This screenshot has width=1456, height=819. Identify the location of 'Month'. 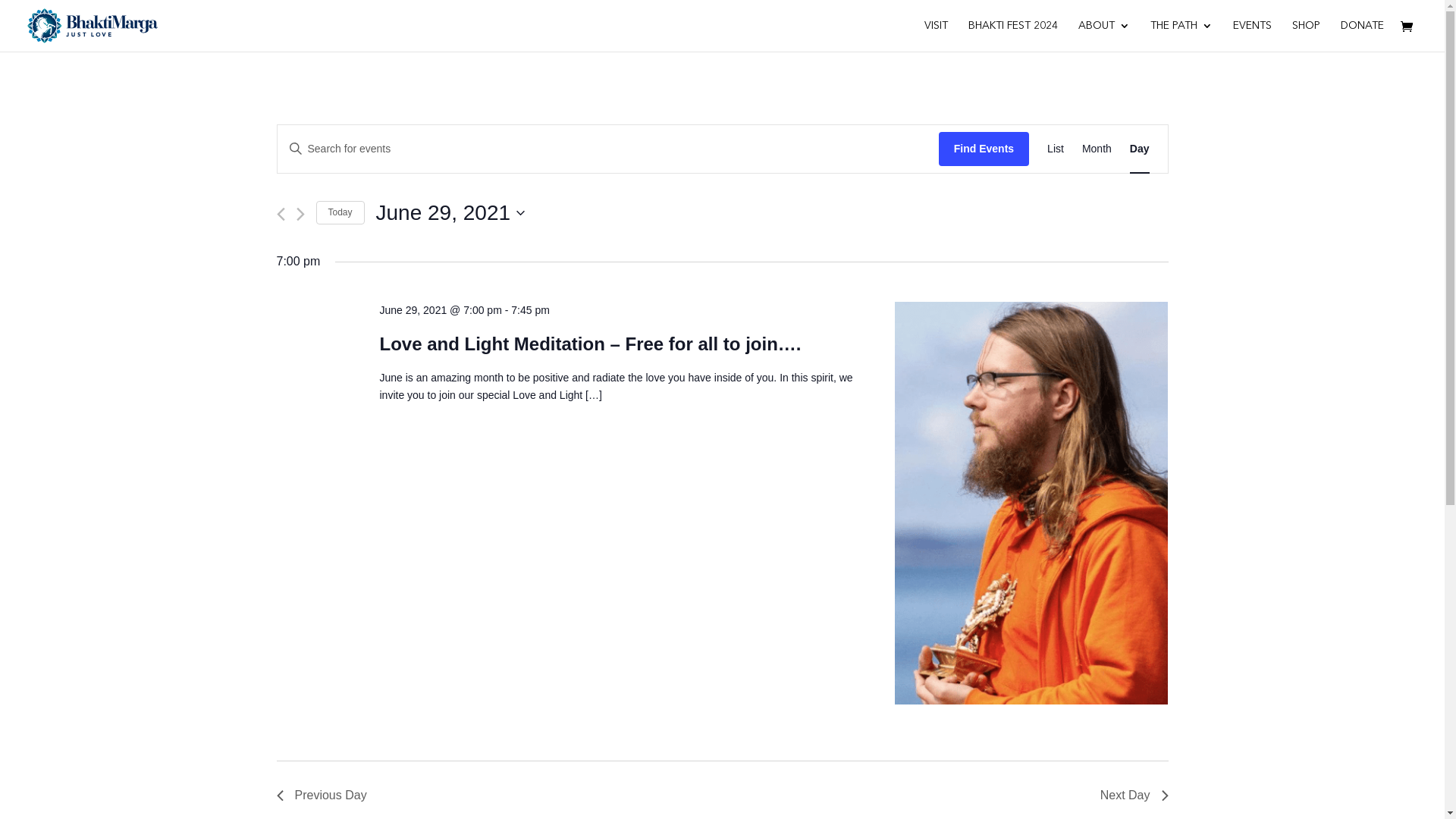
(1097, 149).